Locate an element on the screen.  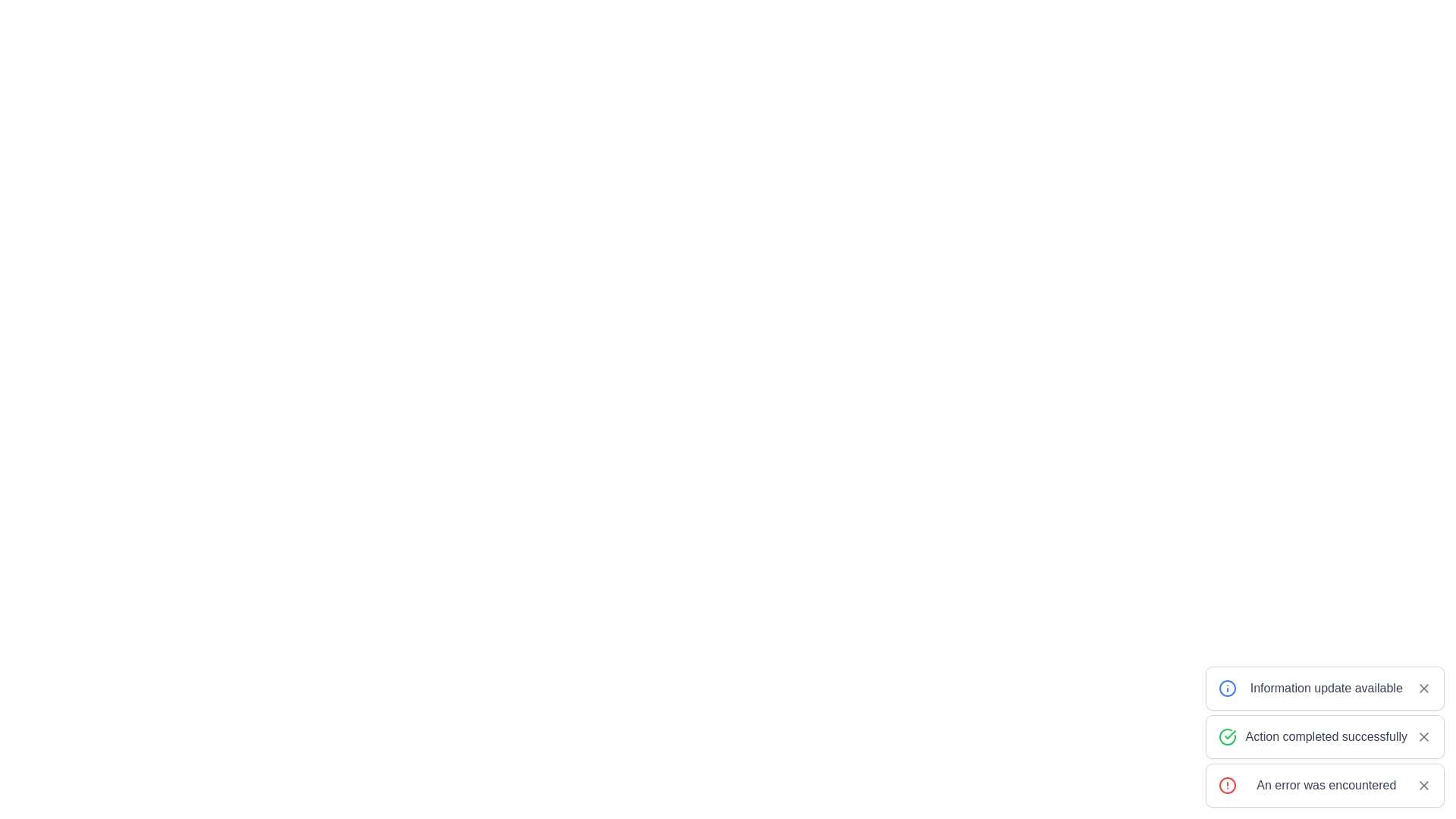
the button located at the far right side of the notification pane labeled 'Information update available' is located at coordinates (1423, 688).